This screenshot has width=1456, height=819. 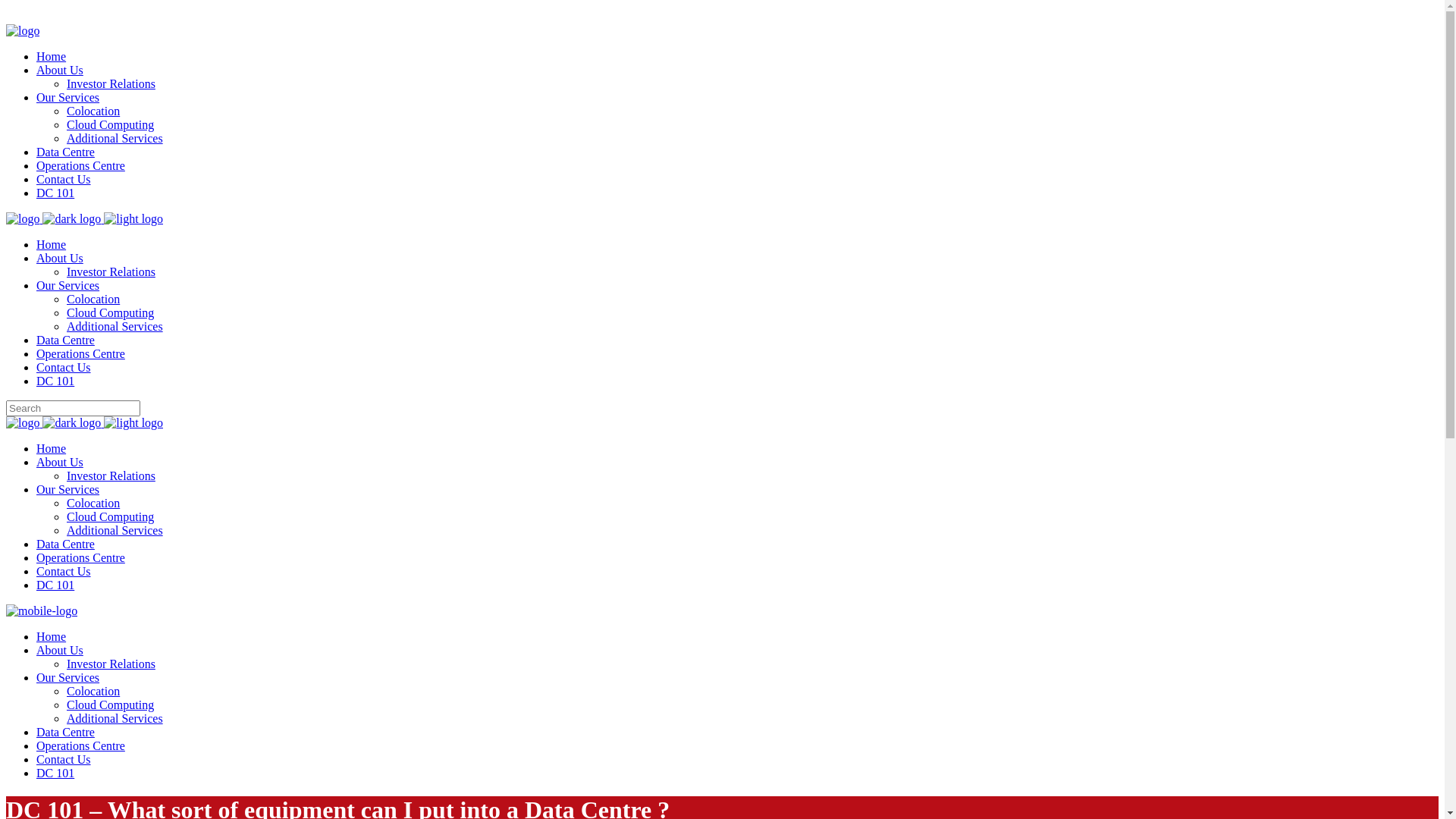 I want to click on 'Our Services', so click(x=67, y=97).